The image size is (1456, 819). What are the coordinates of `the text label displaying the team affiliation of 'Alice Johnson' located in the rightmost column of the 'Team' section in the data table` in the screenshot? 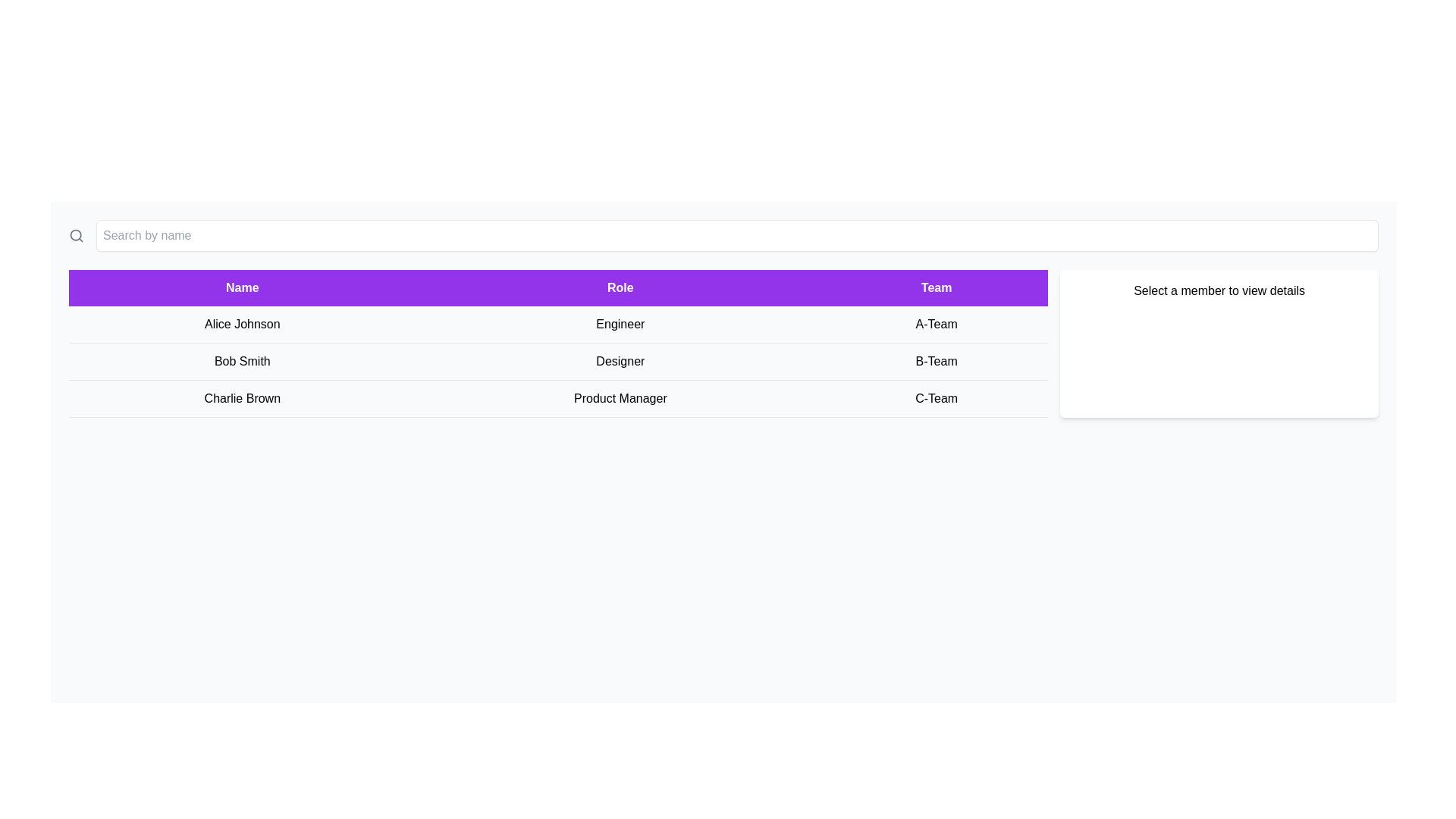 It's located at (936, 324).